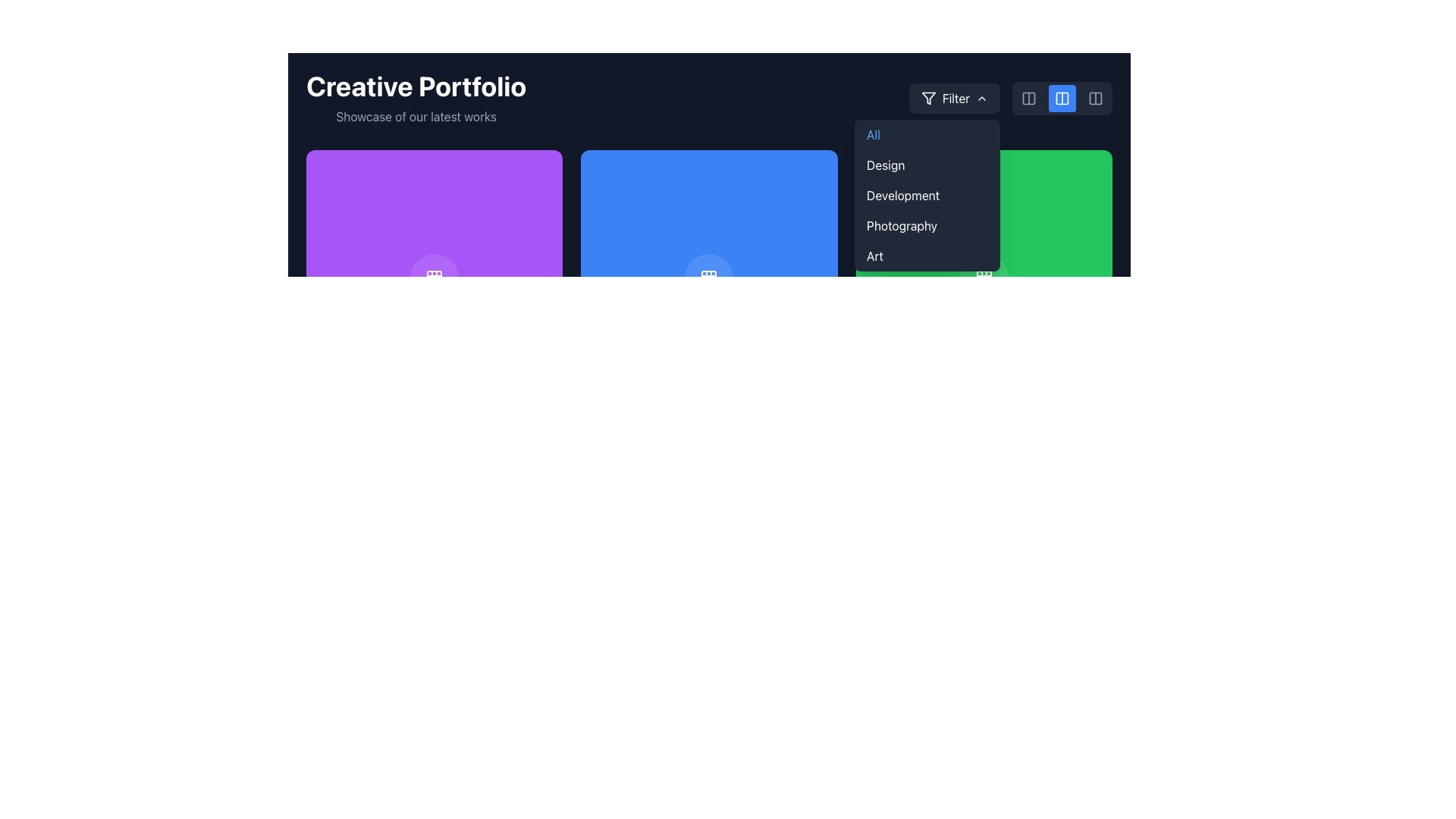 Image resolution: width=1456 pixels, height=819 pixels. What do you see at coordinates (708, 278) in the screenshot?
I see `the circular button with a grid icon on a semi-transparent white background located in the top-right section of the second blue content tile to interact or open a menu` at bounding box center [708, 278].